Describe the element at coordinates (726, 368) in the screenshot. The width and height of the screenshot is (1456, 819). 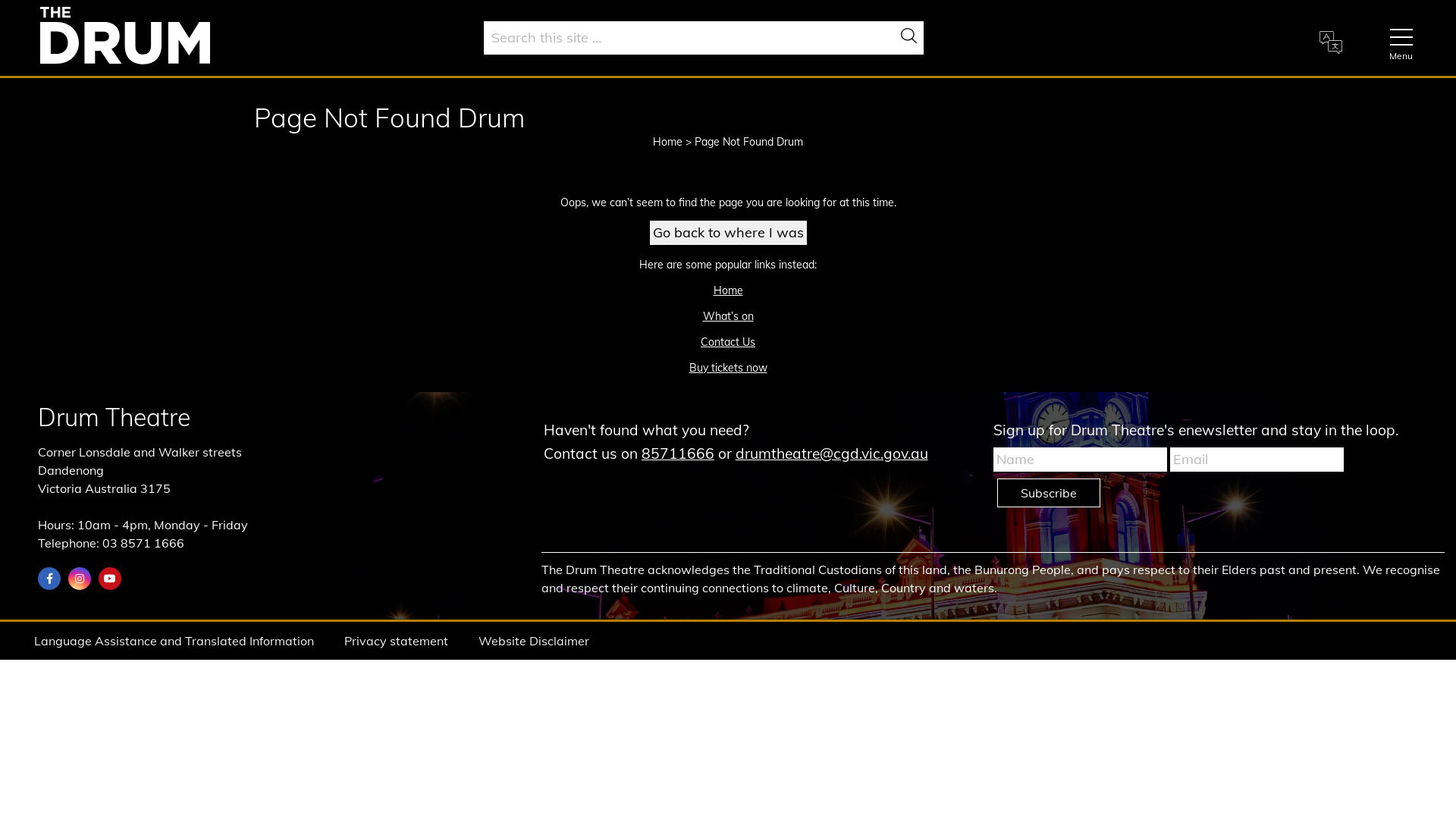
I see `'Buy tickets now'` at that location.